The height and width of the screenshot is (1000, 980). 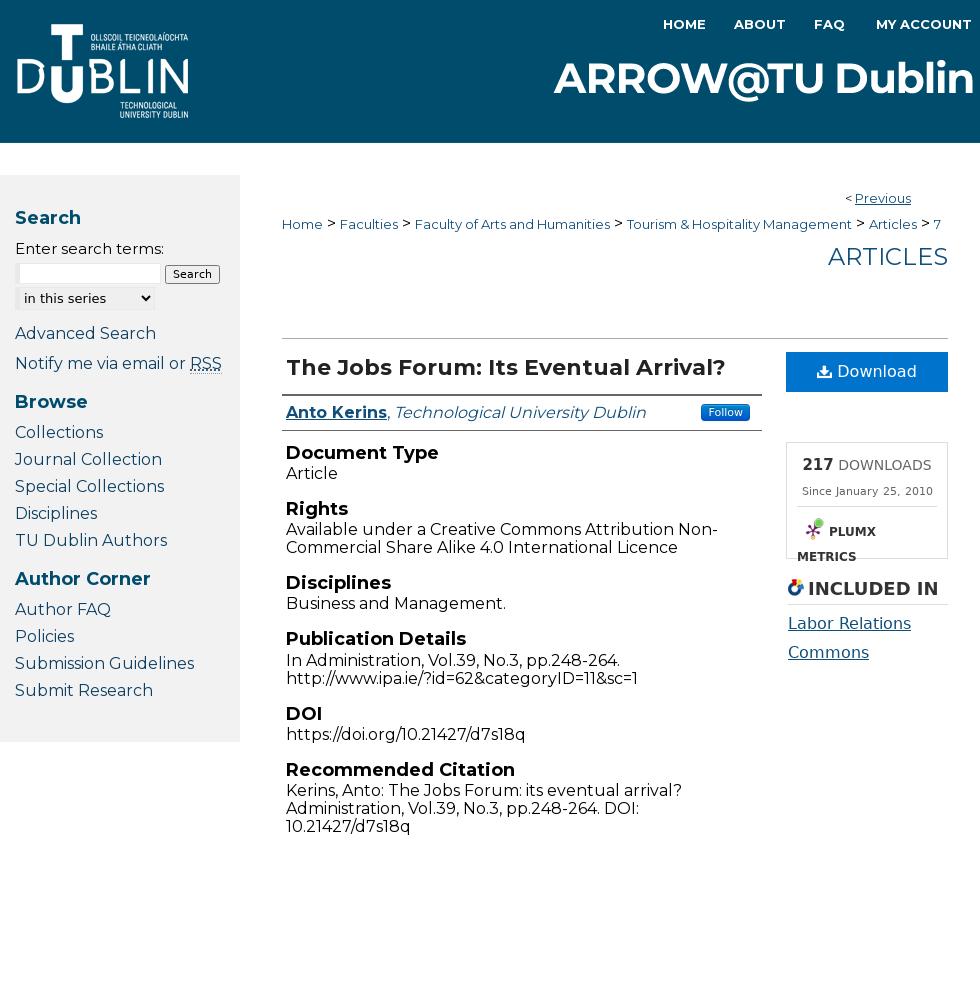 I want to click on 'Browse', so click(x=51, y=401).